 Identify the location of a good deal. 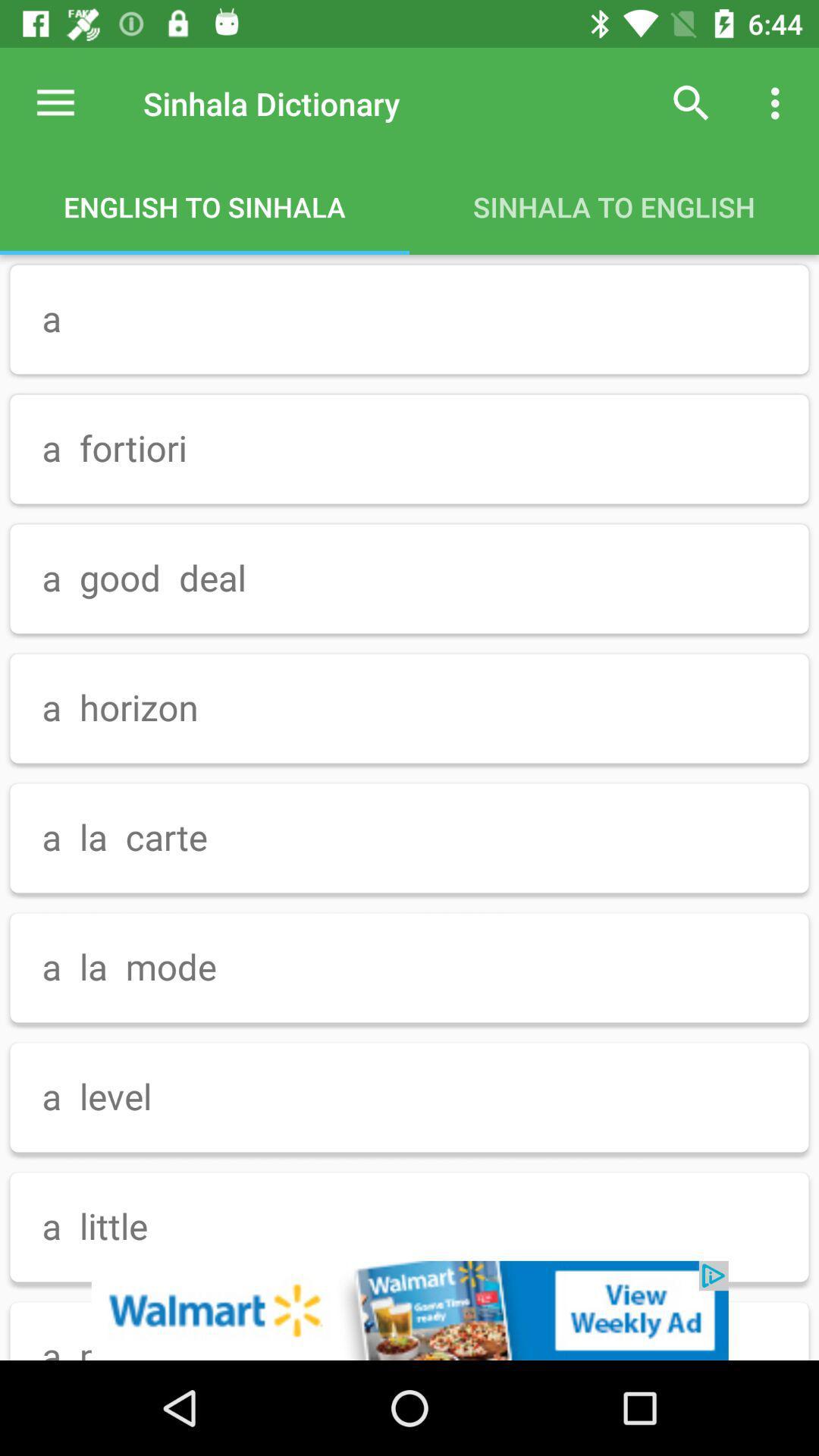
(409, 578).